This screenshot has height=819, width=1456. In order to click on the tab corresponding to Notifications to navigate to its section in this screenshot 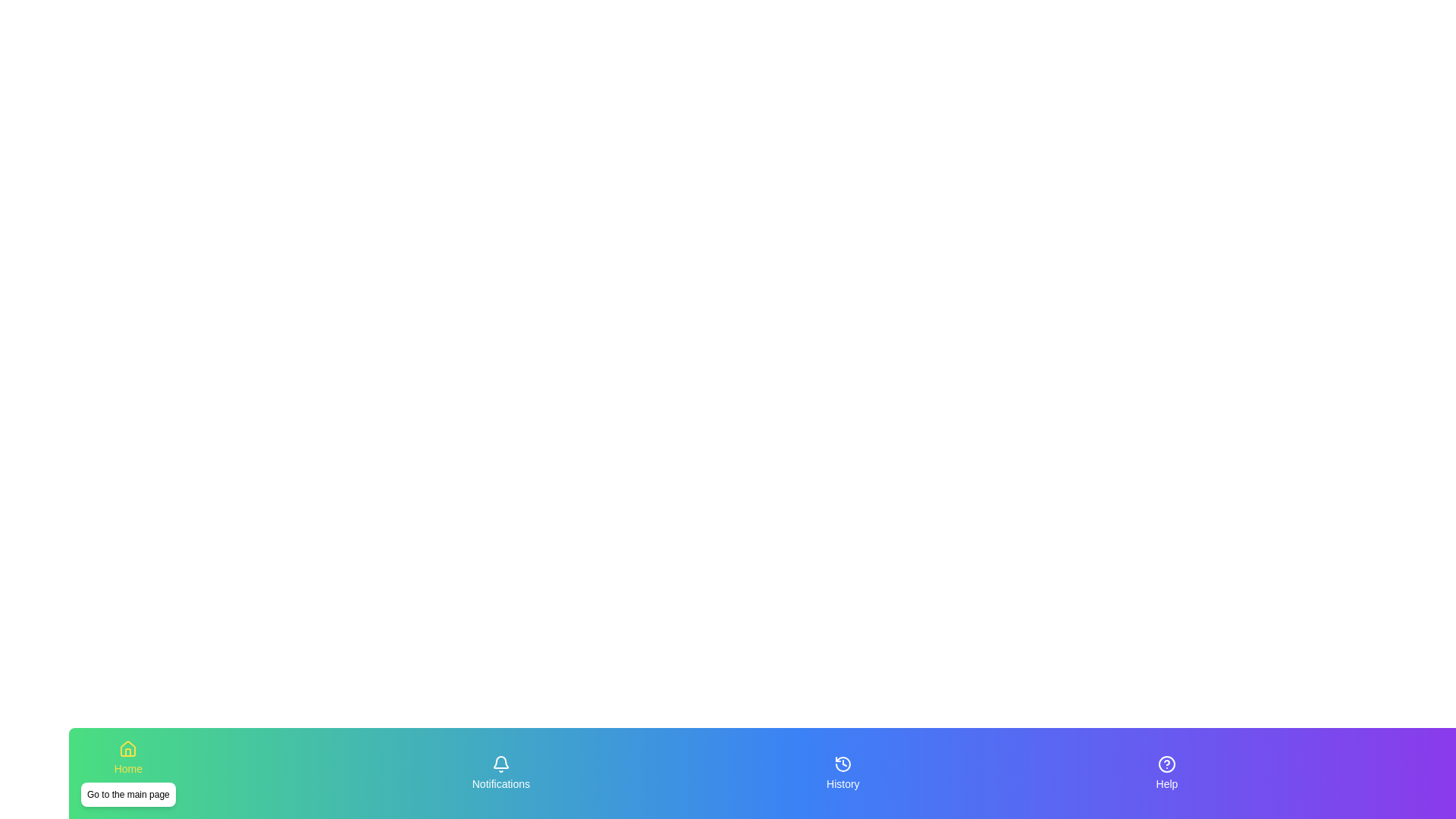, I will do `click(500, 773)`.